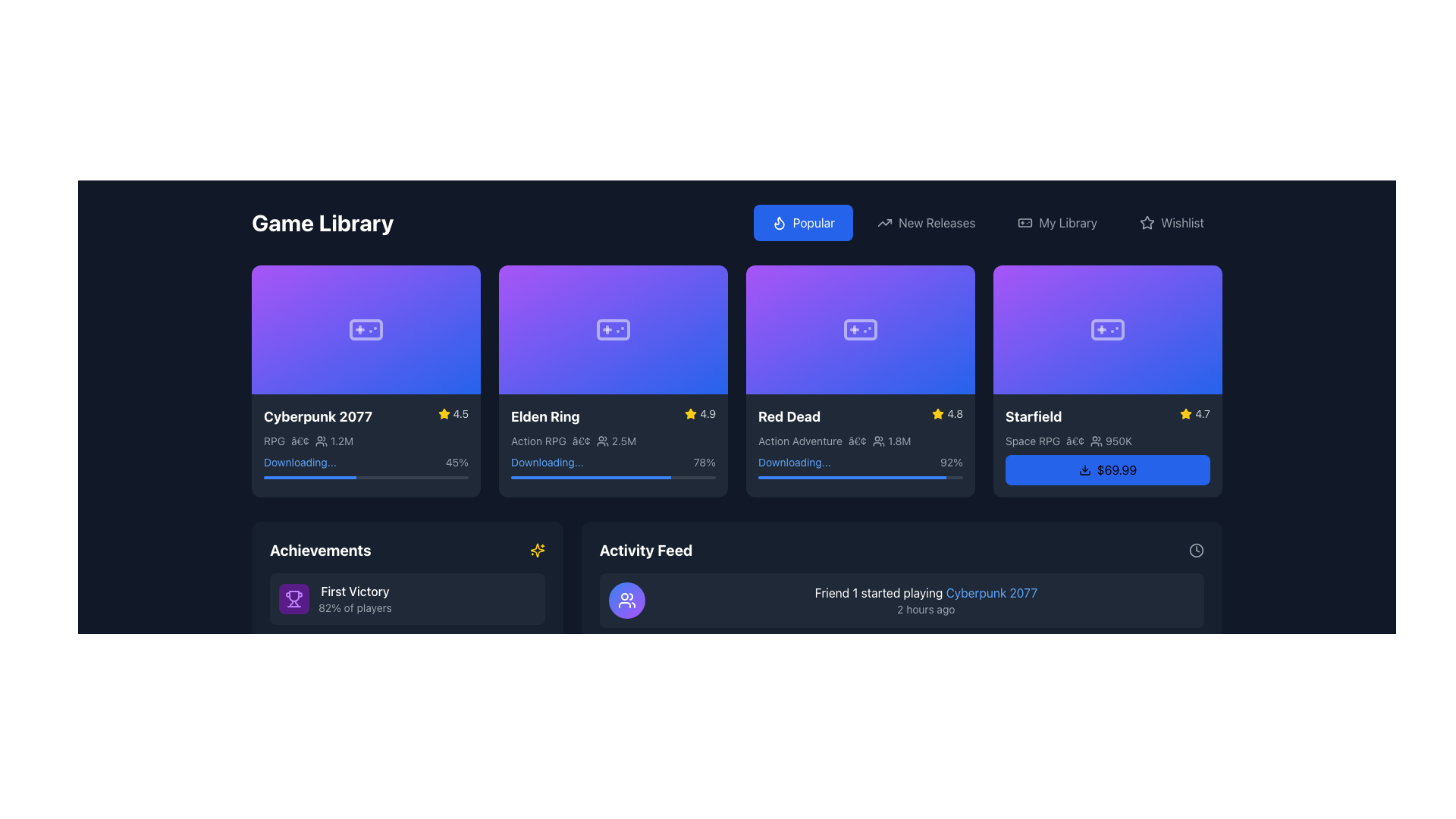 The image size is (1456, 819). I want to click on the purchase or download button for the game 'Starfield' located in the bottom-right corner of the fourth game card in the top row of the game library grid, so click(1107, 468).